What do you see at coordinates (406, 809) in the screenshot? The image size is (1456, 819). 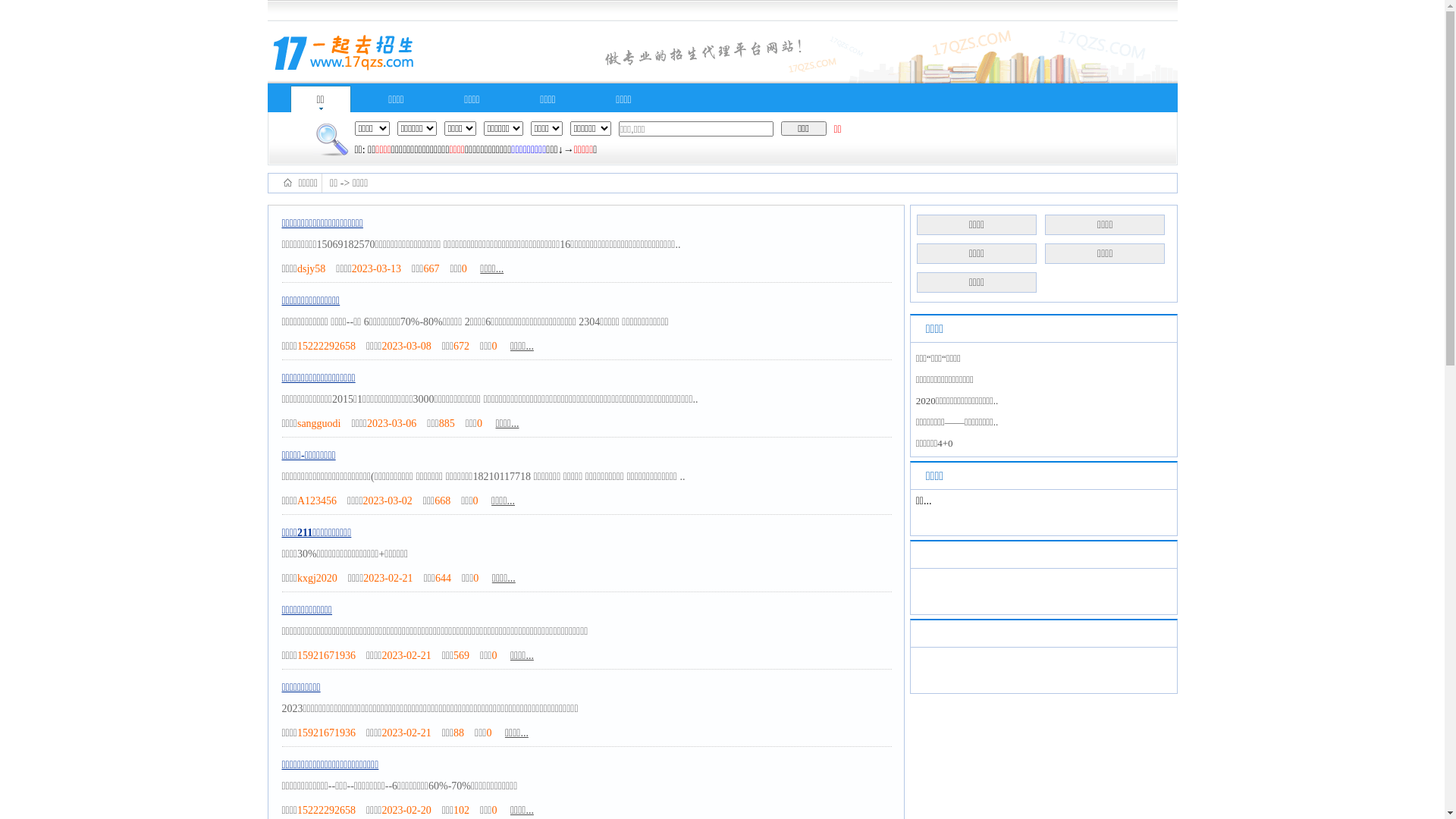 I see `'2023-02-20'` at bounding box center [406, 809].